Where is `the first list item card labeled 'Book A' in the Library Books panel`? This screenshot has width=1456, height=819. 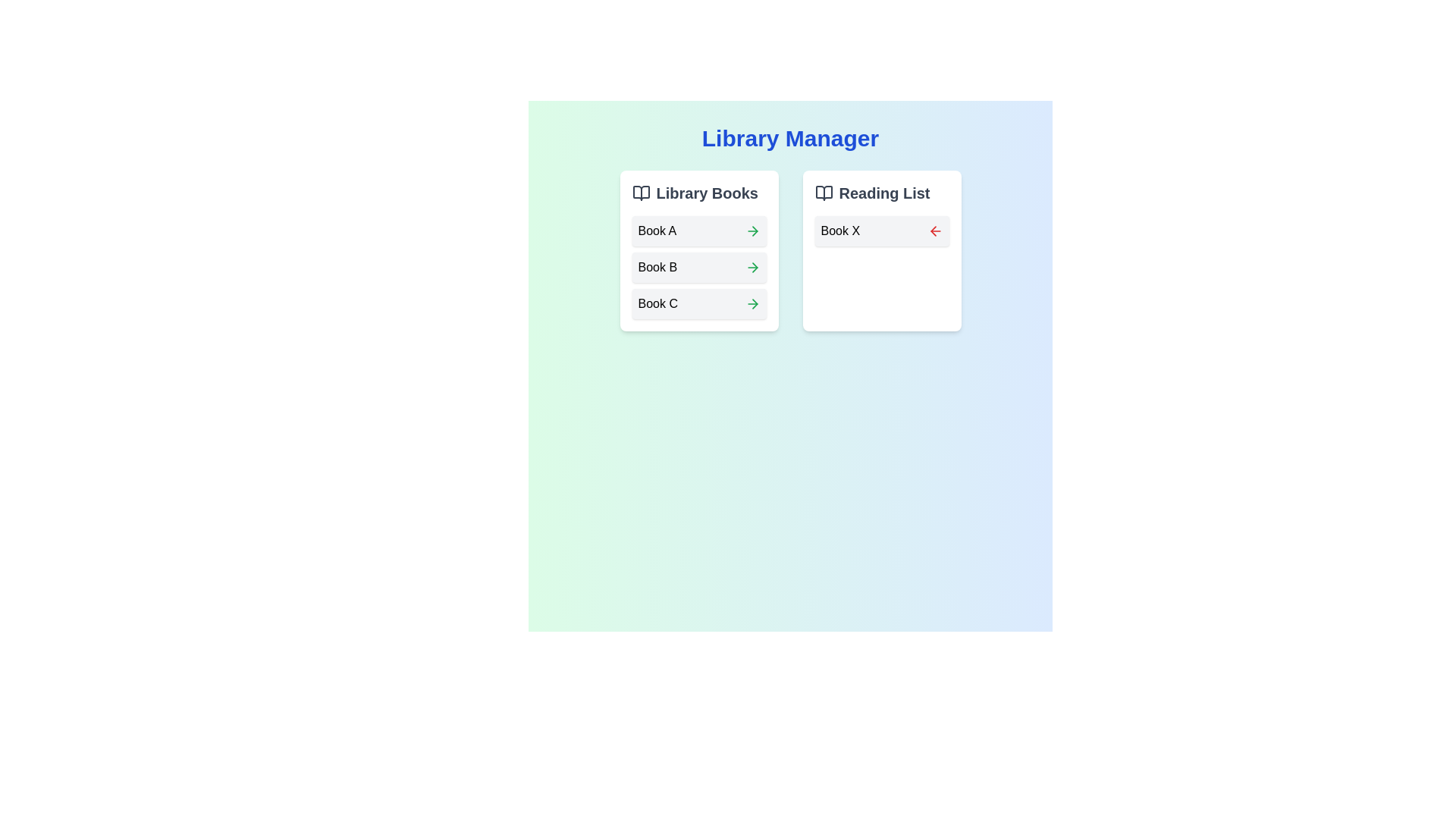 the first list item card labeled 'Book A' in the Library Books panel is located at coordinates (698, 231).